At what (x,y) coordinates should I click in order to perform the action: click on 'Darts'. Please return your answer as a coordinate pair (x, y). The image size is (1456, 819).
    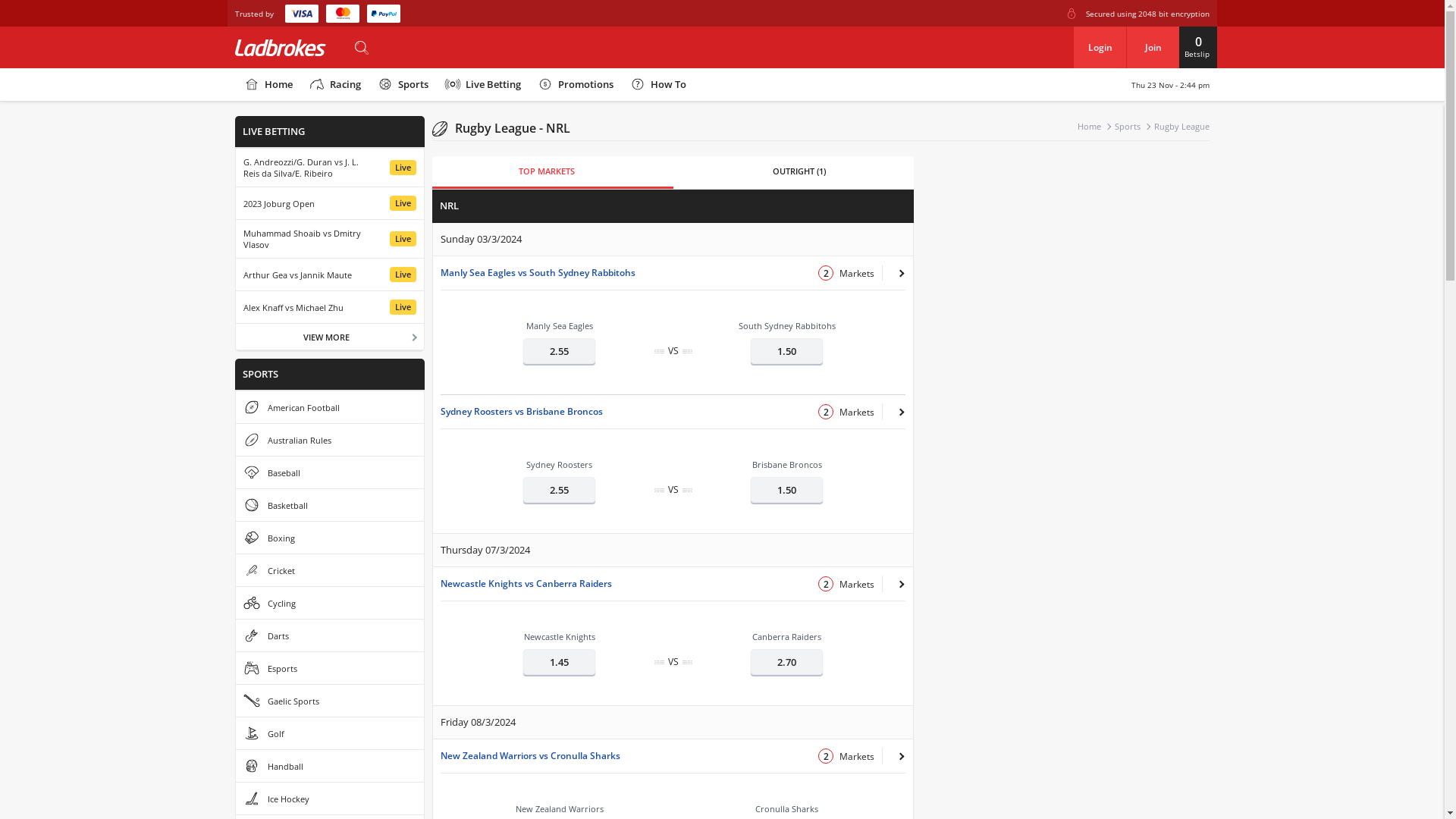
    Looking at the image, I should click on (235, 635).